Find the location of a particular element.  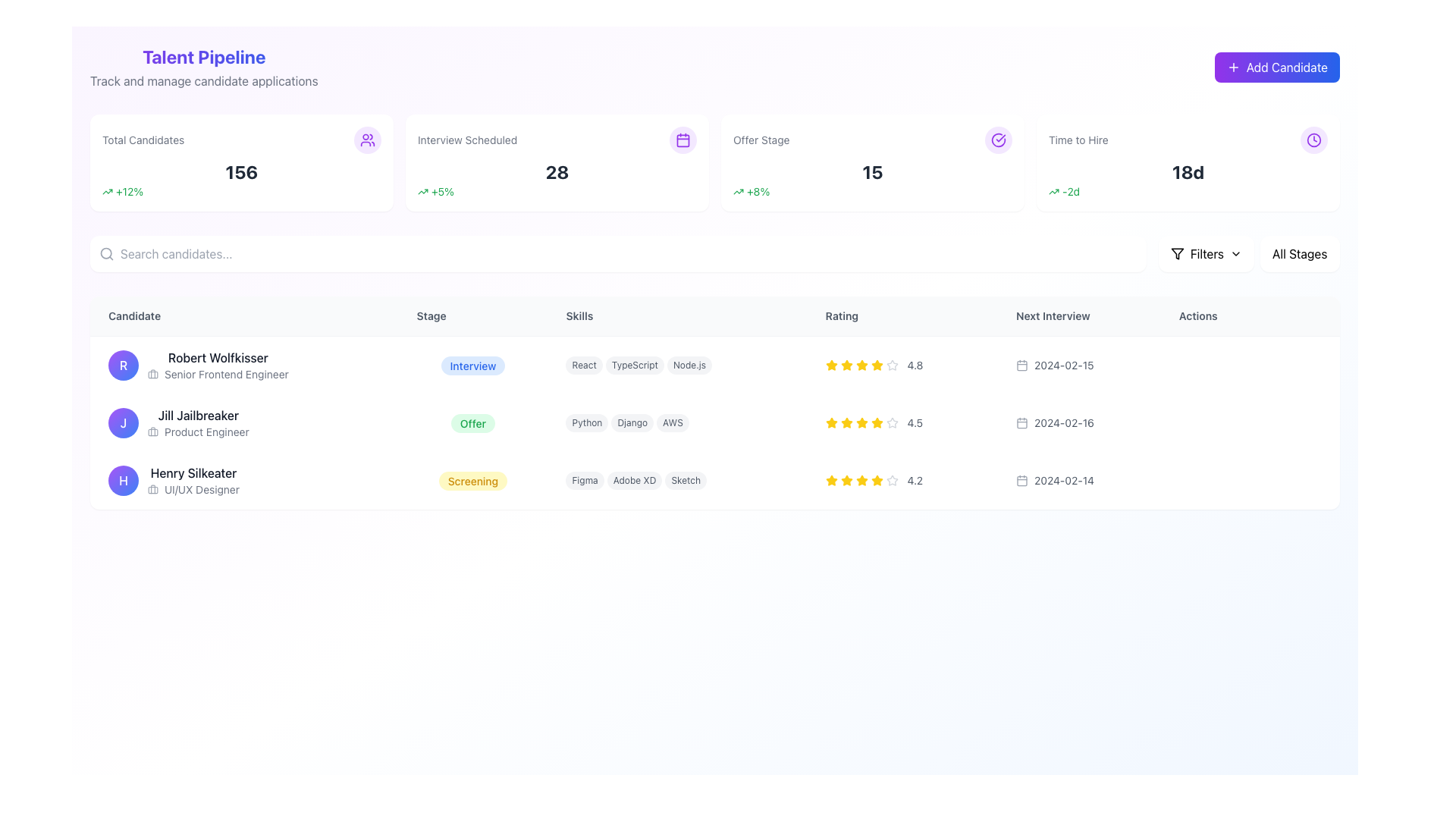

label indicating the filtering function, which is positioned near the top-right of the interface, between the filter icon and a dropdown chevron is located at coordinates (1206, 253).